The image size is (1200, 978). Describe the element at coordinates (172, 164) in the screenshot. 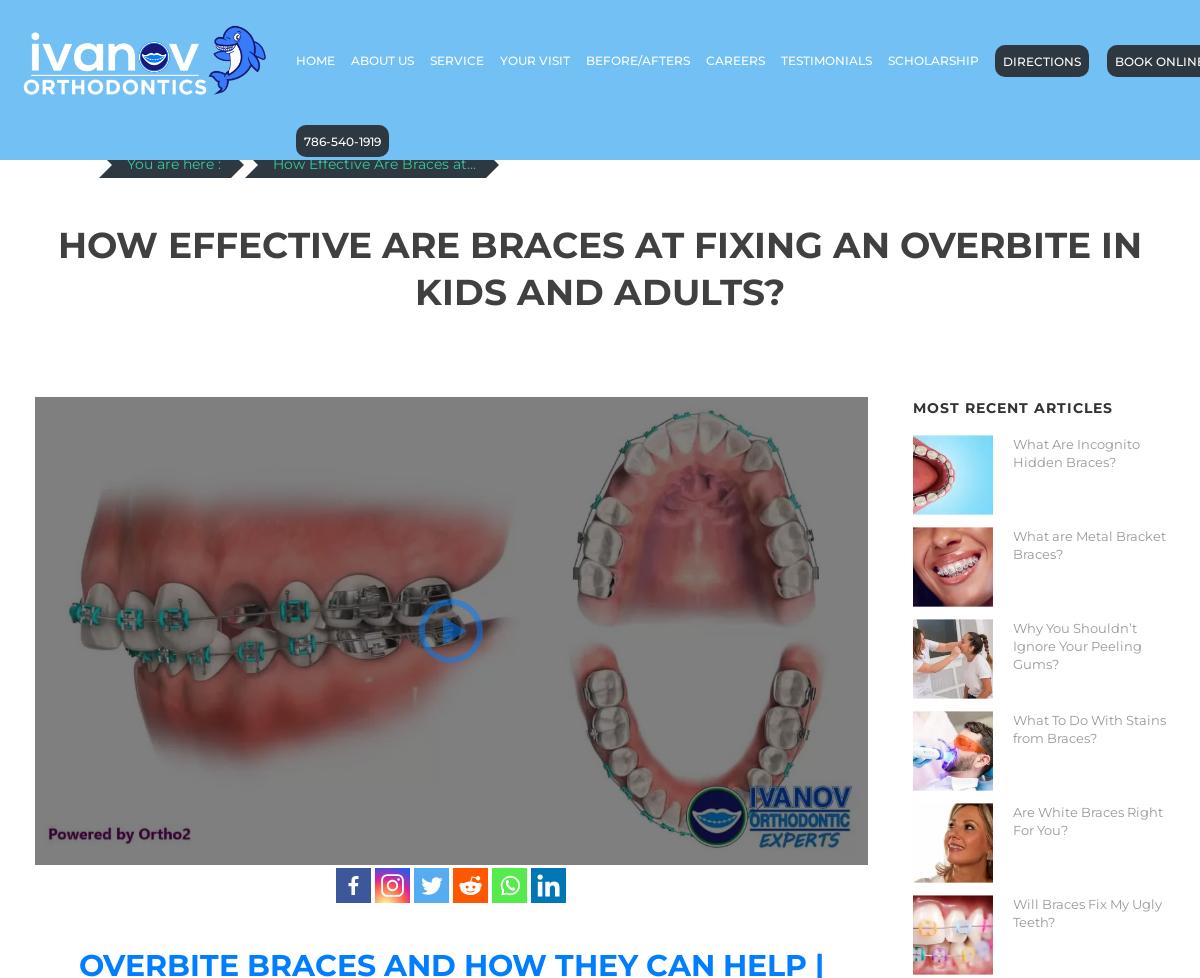

I see `'You are here :'` at that location.